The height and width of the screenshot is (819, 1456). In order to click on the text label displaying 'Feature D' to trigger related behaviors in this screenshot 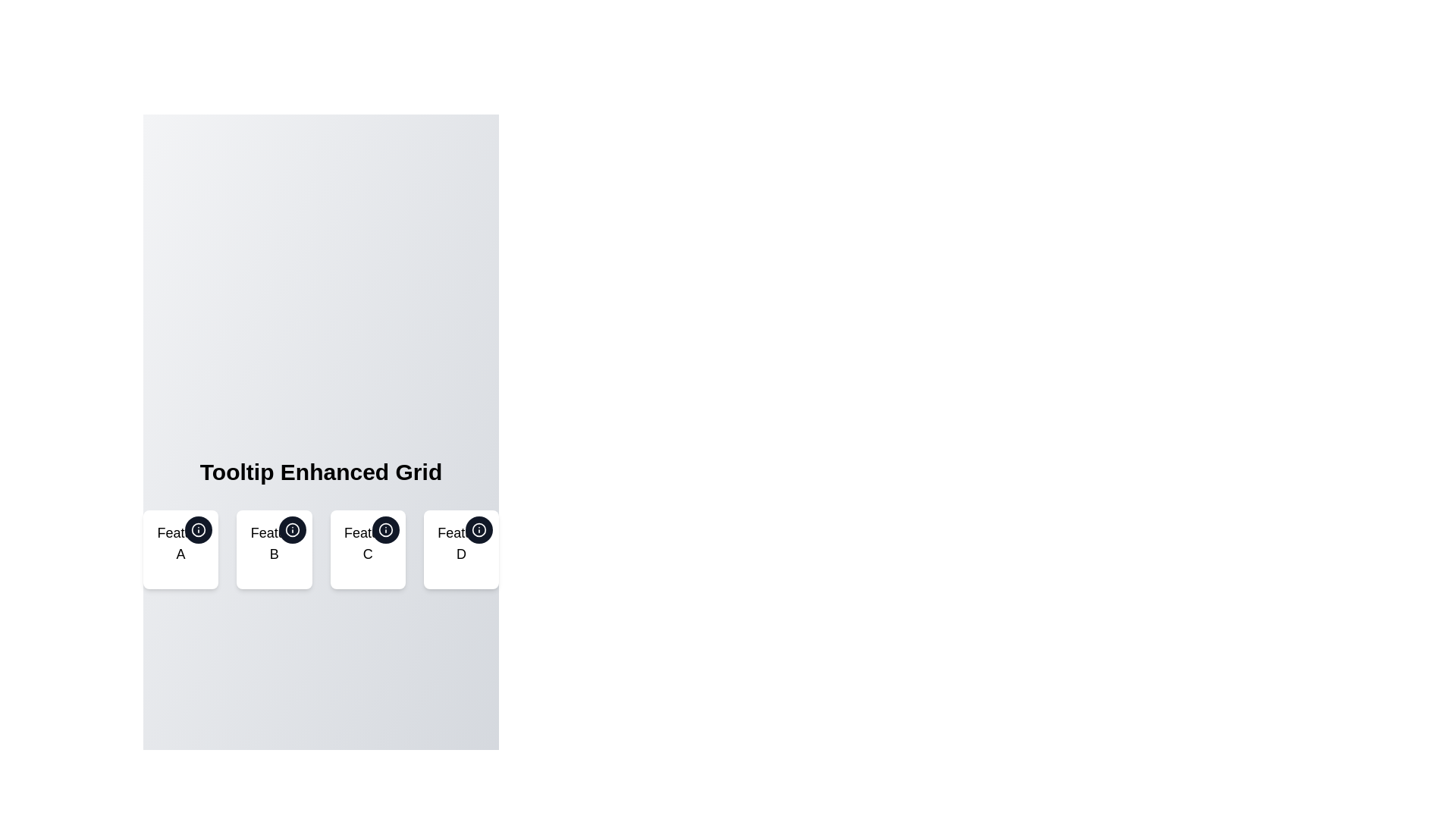, I will do `click(460, 543)`.